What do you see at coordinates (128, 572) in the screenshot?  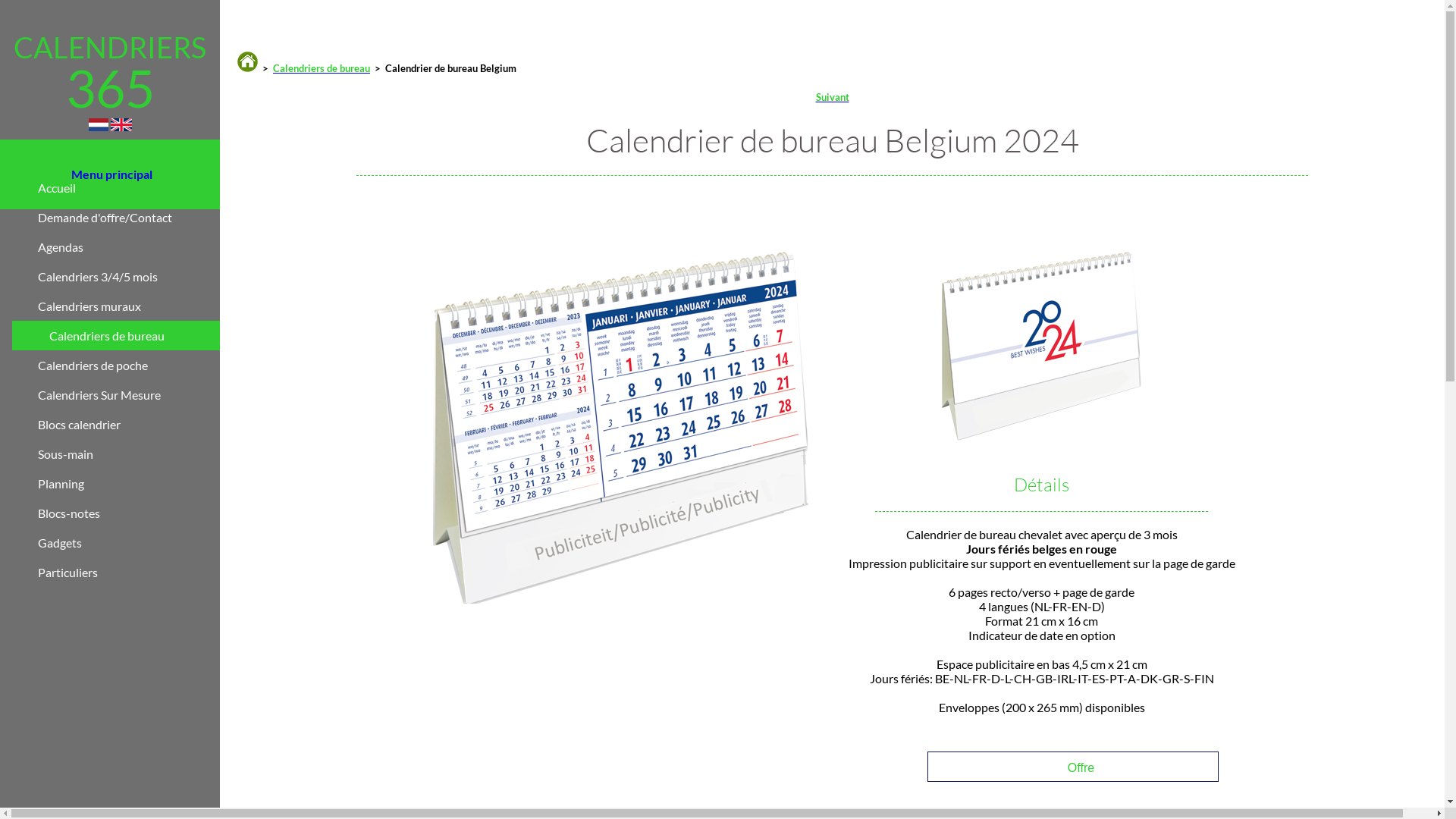 I see `'Particuliers'` at bounding box center [128, 572].